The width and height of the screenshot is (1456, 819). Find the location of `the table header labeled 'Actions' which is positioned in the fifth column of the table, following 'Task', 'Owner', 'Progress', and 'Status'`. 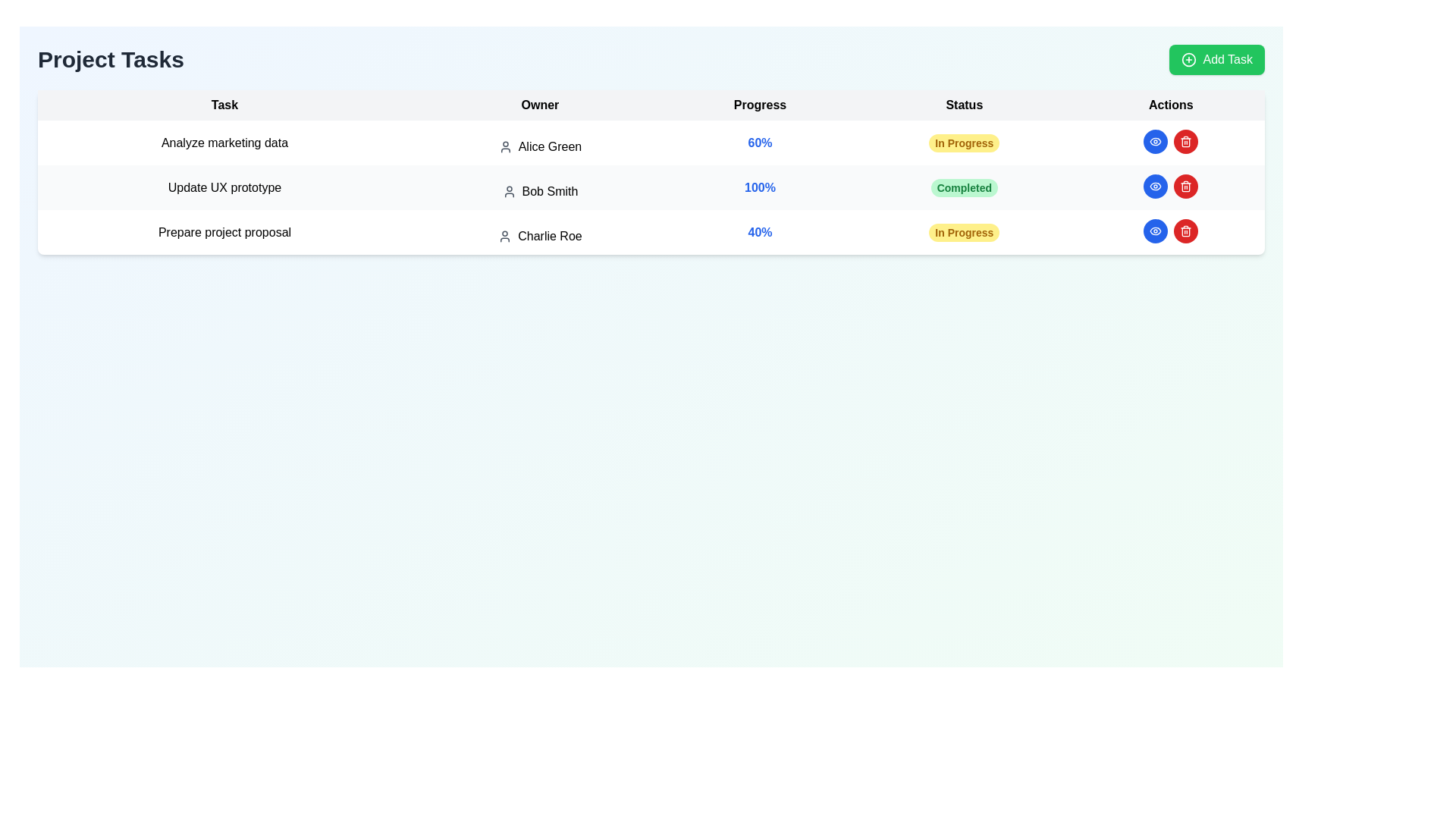

the table header labeled 'Actions' which is positioned in the fifth column of the table, following 'Task', 'Owner', 'Progress', and 'Status' is located at coordinates (1170, 104).